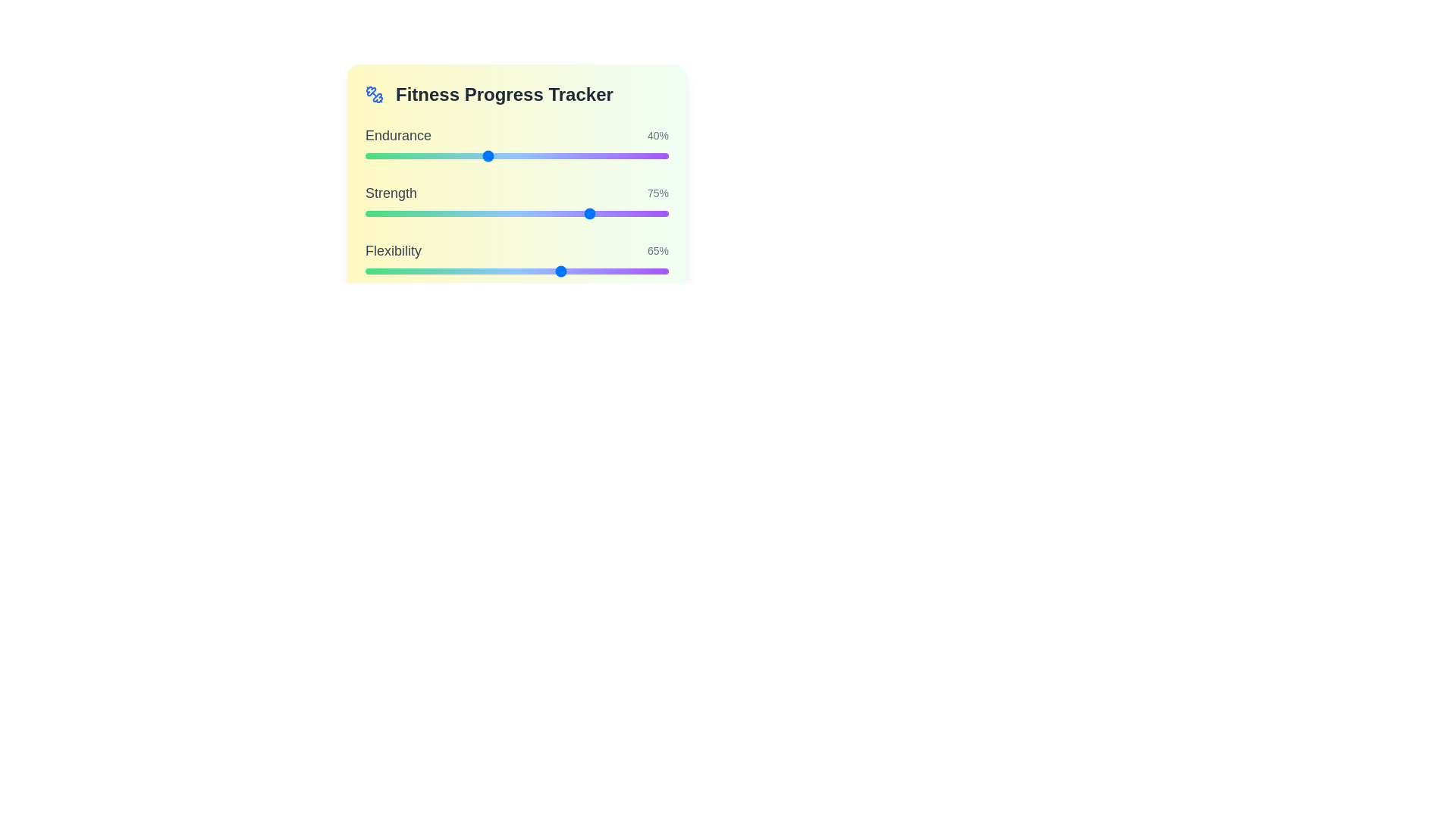 This screenshot has width=1456, height=819. What do you see at coordinates (516, 259) in the screenshot?
I see `the Range slider labeled 'Flexibility' with a value of 65% for keyboard interaction` at bounding box center [516, 259].